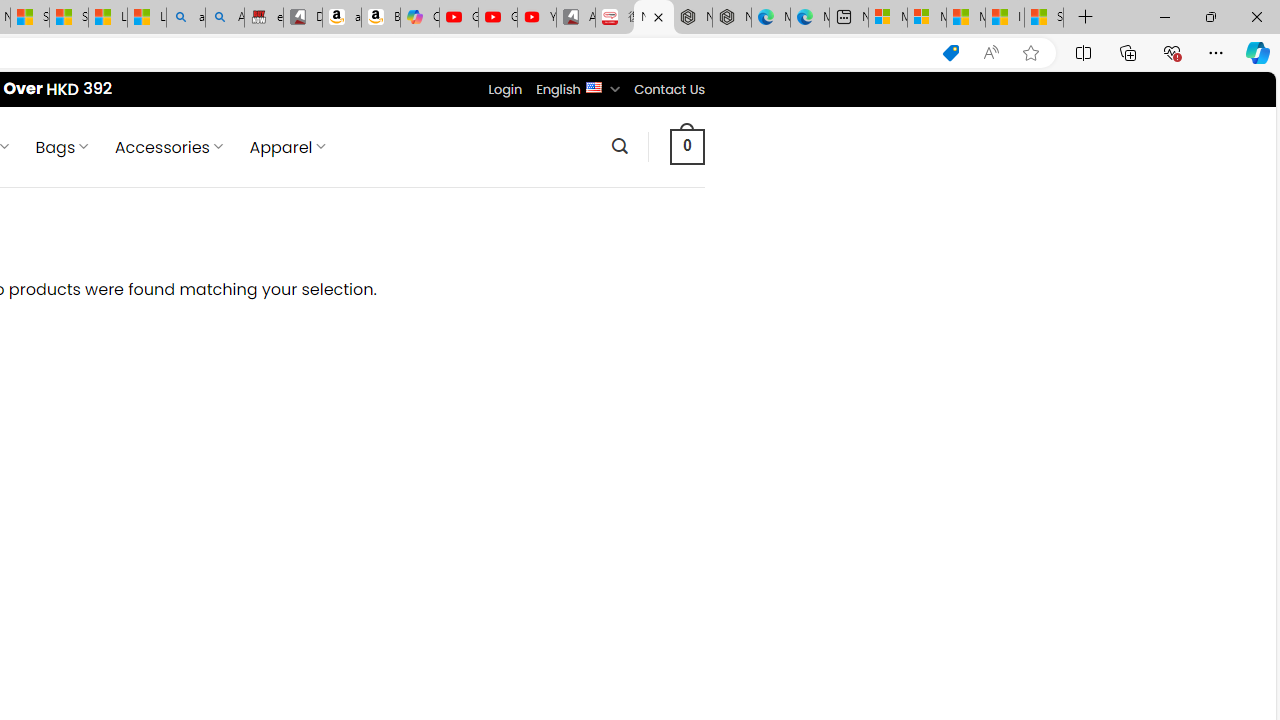  I want to click on 'This site has coupons! Shopping in Microsoft Edge', so click(950, 52).